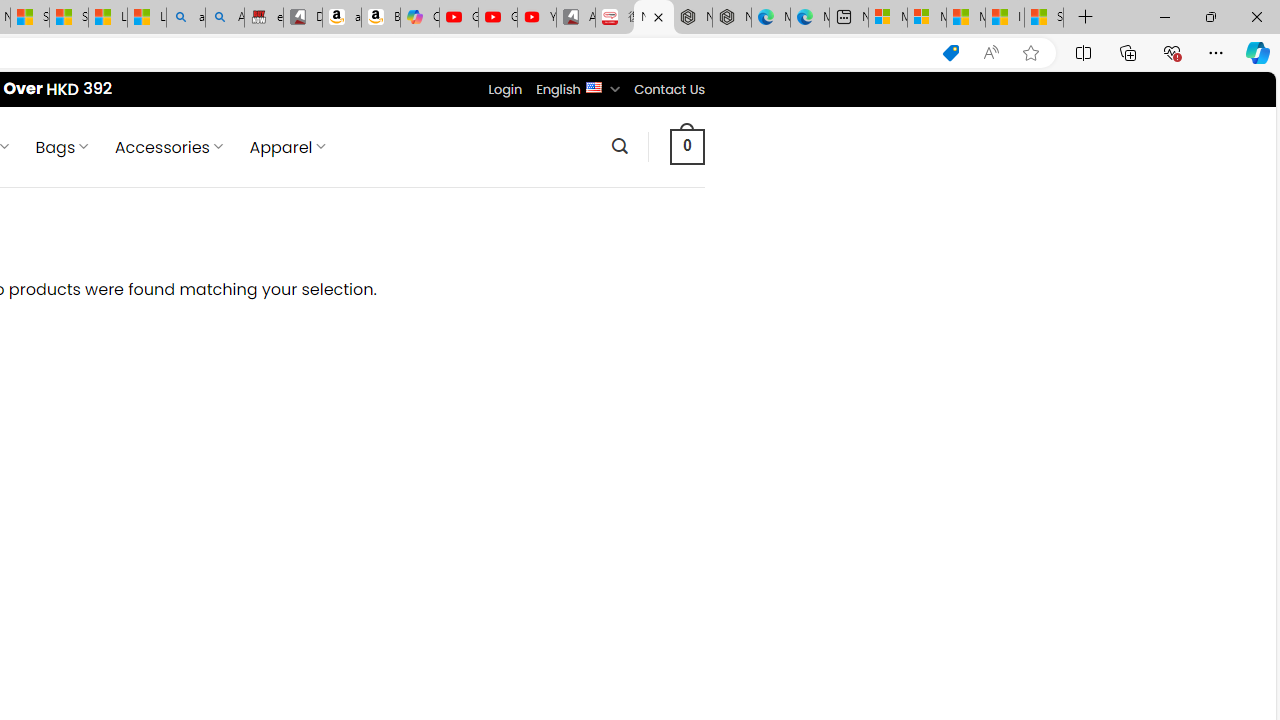  I want to click on 'This site has coupons! Shopping in Microsoft Edge', so click(950, 52).